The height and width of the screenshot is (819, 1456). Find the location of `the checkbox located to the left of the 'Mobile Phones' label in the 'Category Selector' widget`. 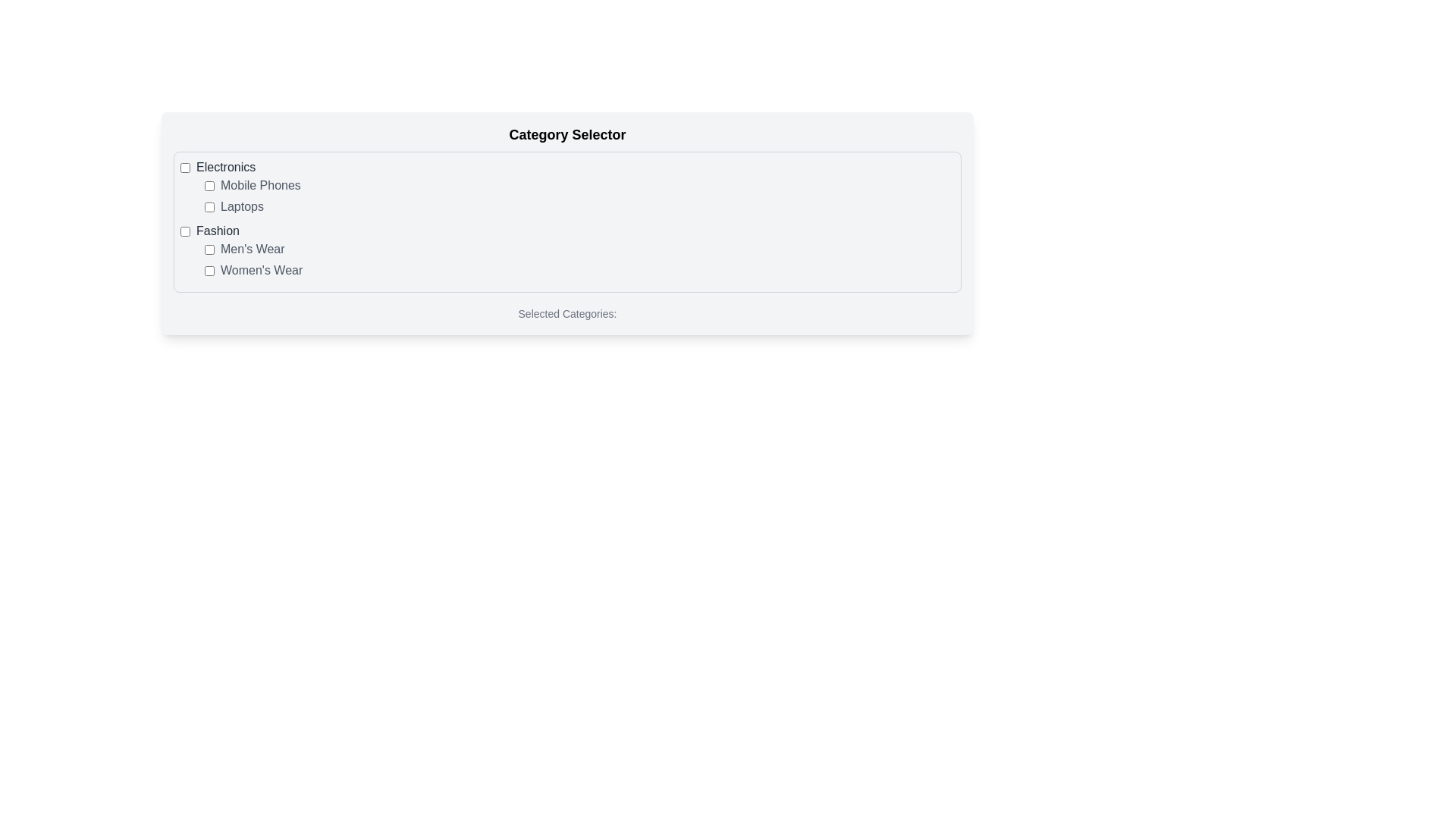

the checkbox located to the left of the 'Mobile Phones' label in the 'Category Selector' widget is located at coordinates (209, 185).